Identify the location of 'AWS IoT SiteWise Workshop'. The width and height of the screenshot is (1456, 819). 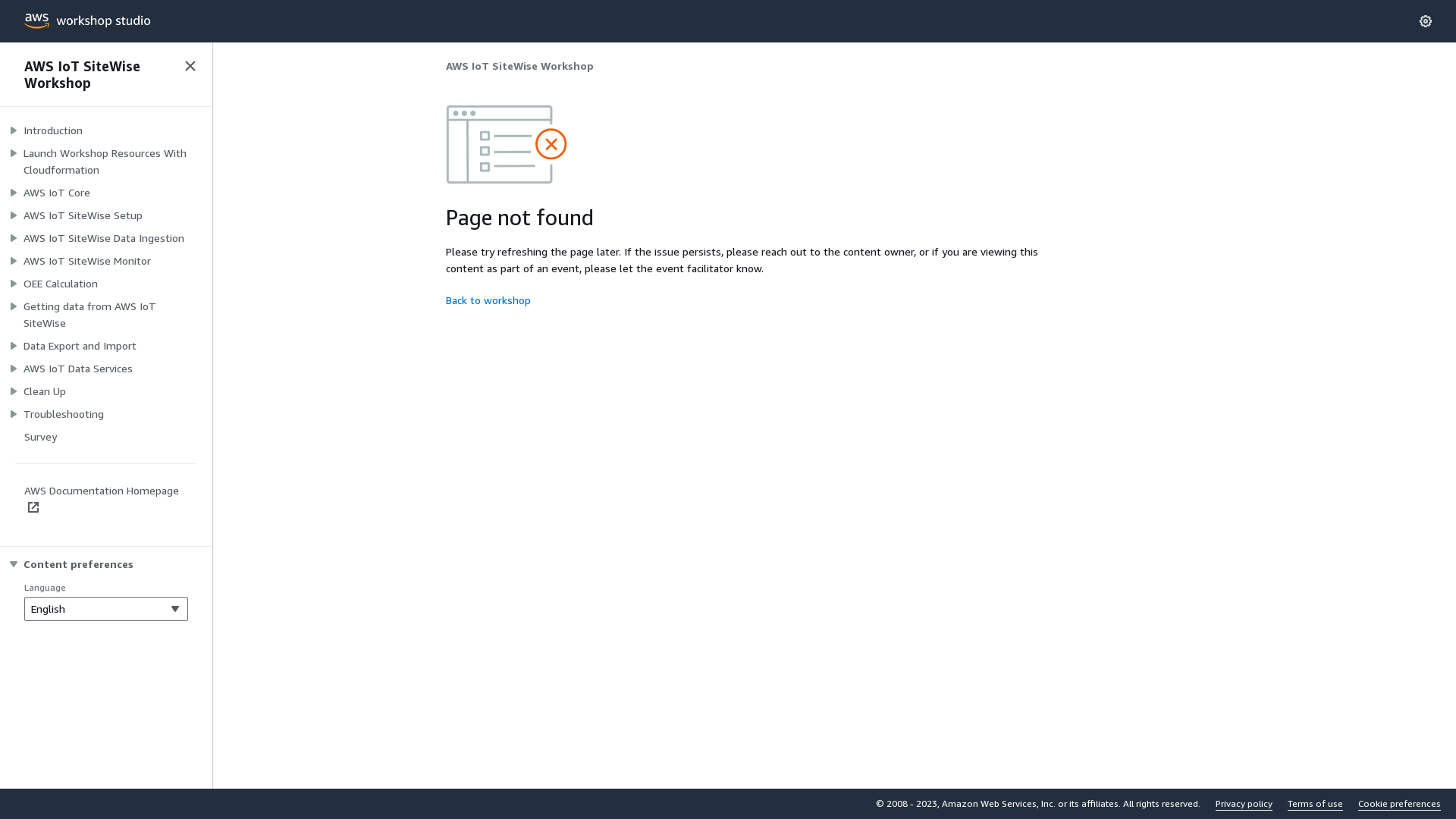
(96, 74).